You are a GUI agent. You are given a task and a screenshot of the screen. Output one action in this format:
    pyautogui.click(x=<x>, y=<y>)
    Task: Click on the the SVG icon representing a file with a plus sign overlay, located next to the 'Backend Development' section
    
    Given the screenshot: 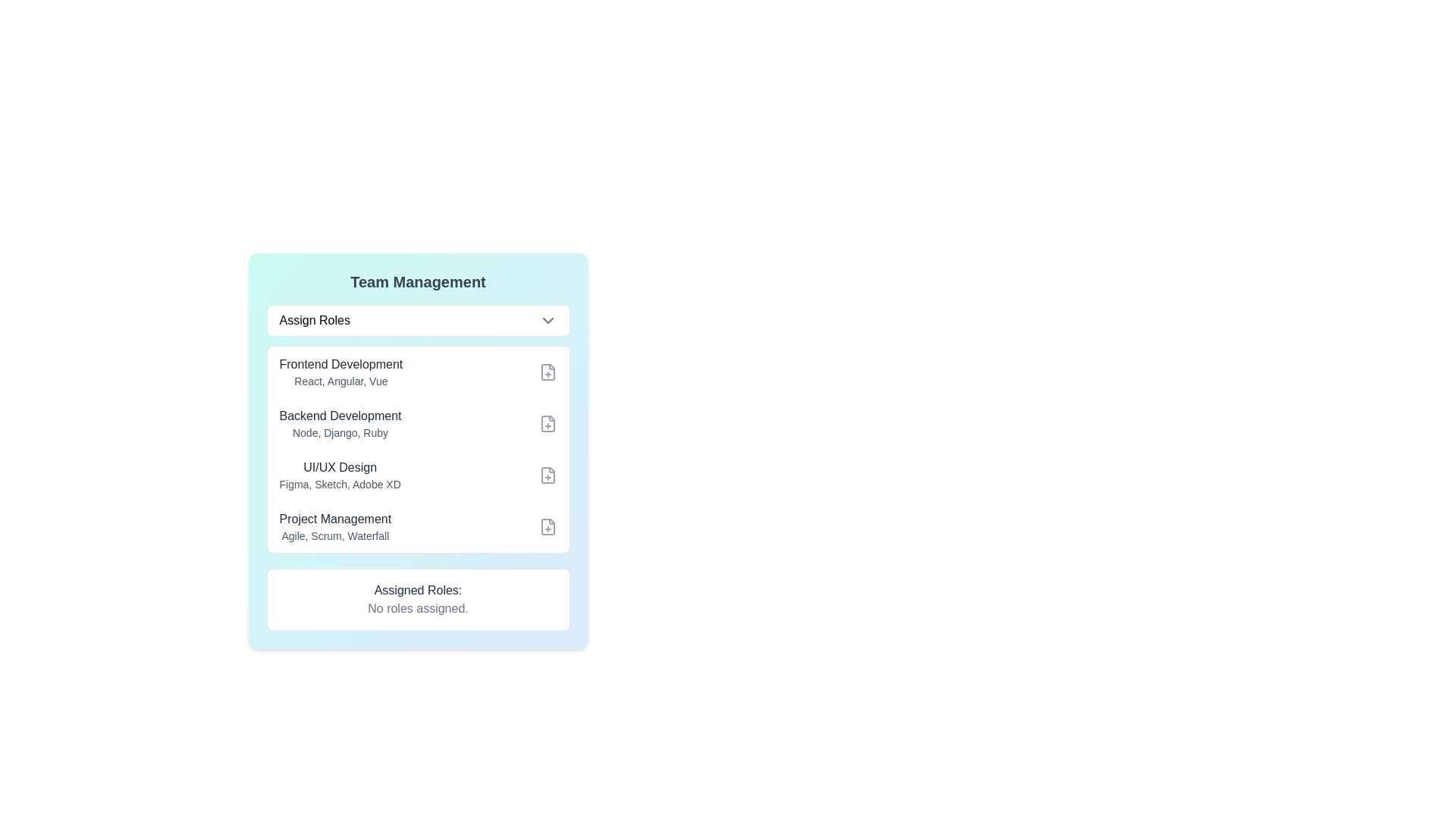 What is the action you would take?
    pyautogui.click(x=547, y=424)
    